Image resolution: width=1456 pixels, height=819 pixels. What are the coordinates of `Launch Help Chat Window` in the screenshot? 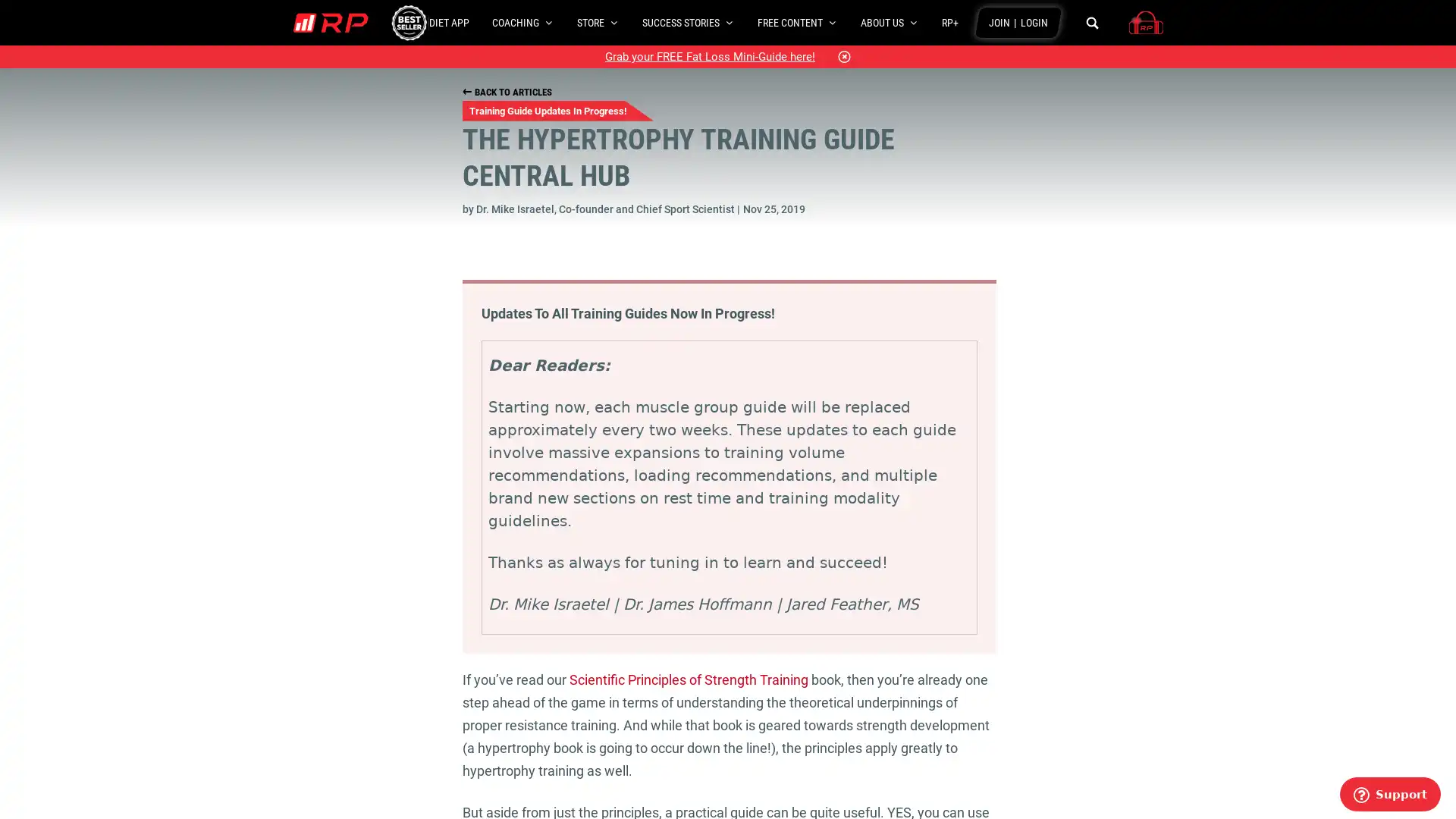 It's located at (1390, 793).